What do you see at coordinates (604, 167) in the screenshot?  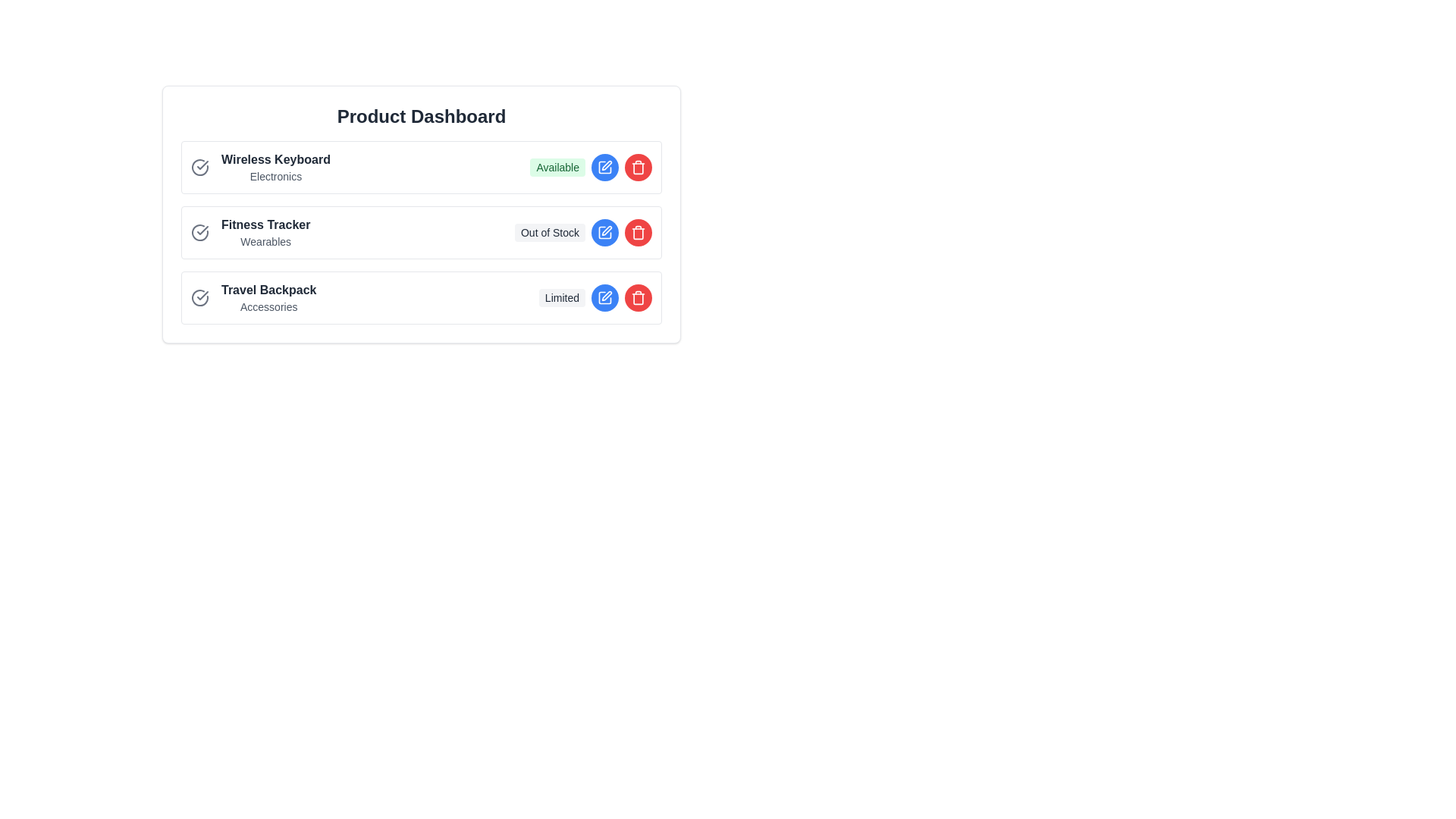 I see `the edit button for the product Wireless Keyboard to change its status` at bounding box center [604, 167].